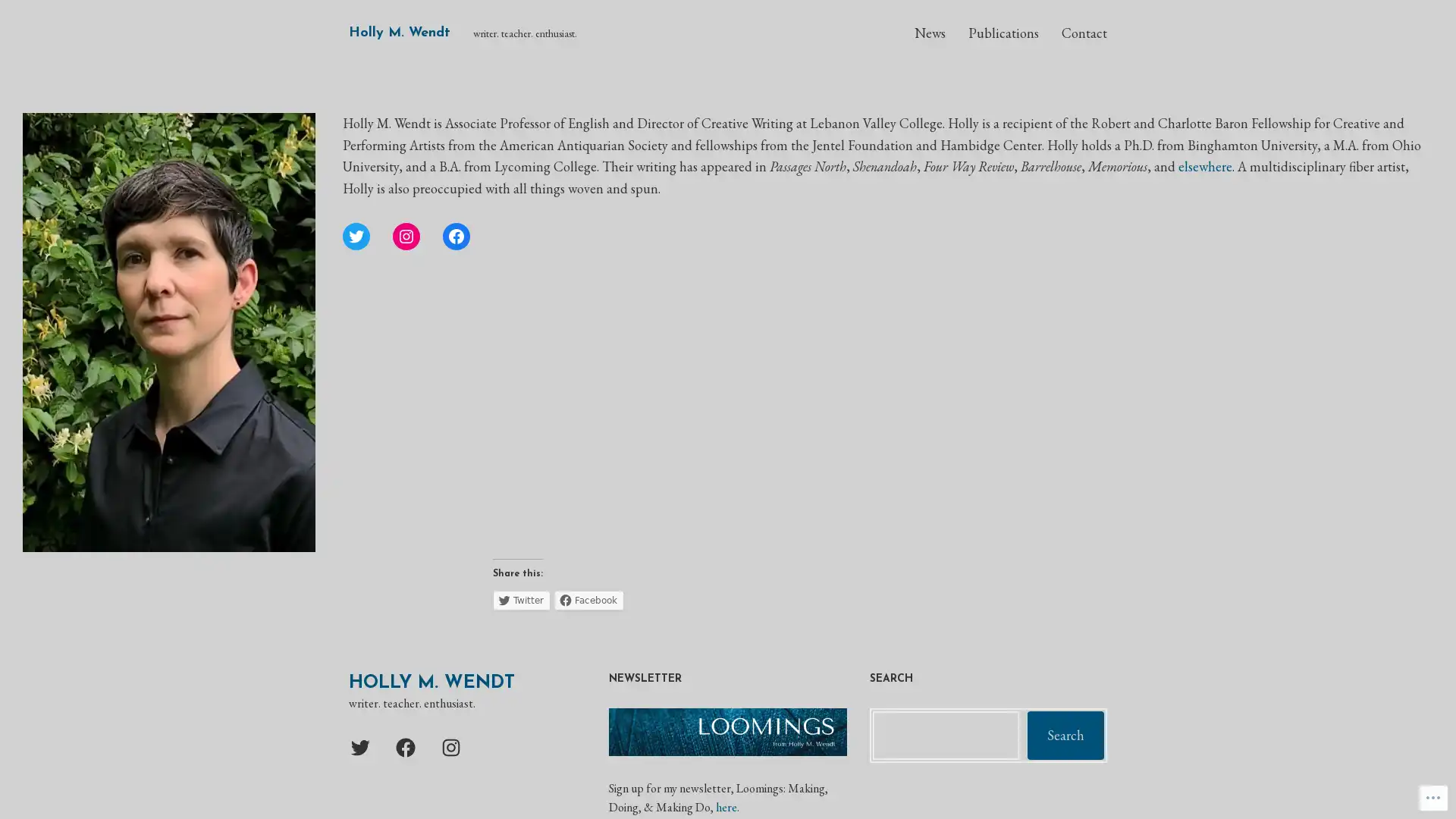  What do you see at coordinates (1065, 733) in the screenshot?
I see `Search` at bounding box center [1065, 733].